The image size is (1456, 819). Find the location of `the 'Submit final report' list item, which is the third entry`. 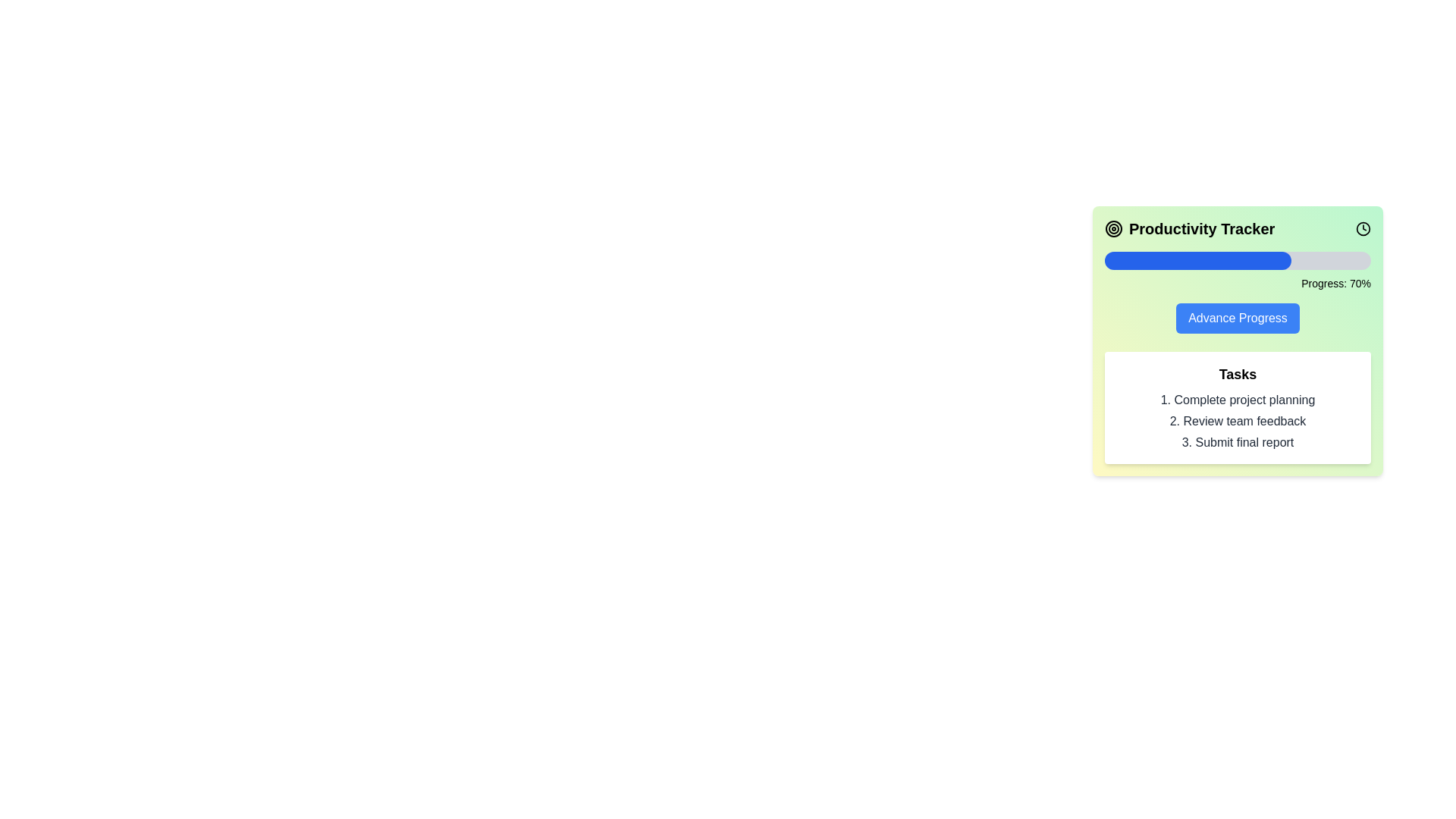

the 'Submit final report' list item, which is the third entry is located at coordinates (1238, 442).